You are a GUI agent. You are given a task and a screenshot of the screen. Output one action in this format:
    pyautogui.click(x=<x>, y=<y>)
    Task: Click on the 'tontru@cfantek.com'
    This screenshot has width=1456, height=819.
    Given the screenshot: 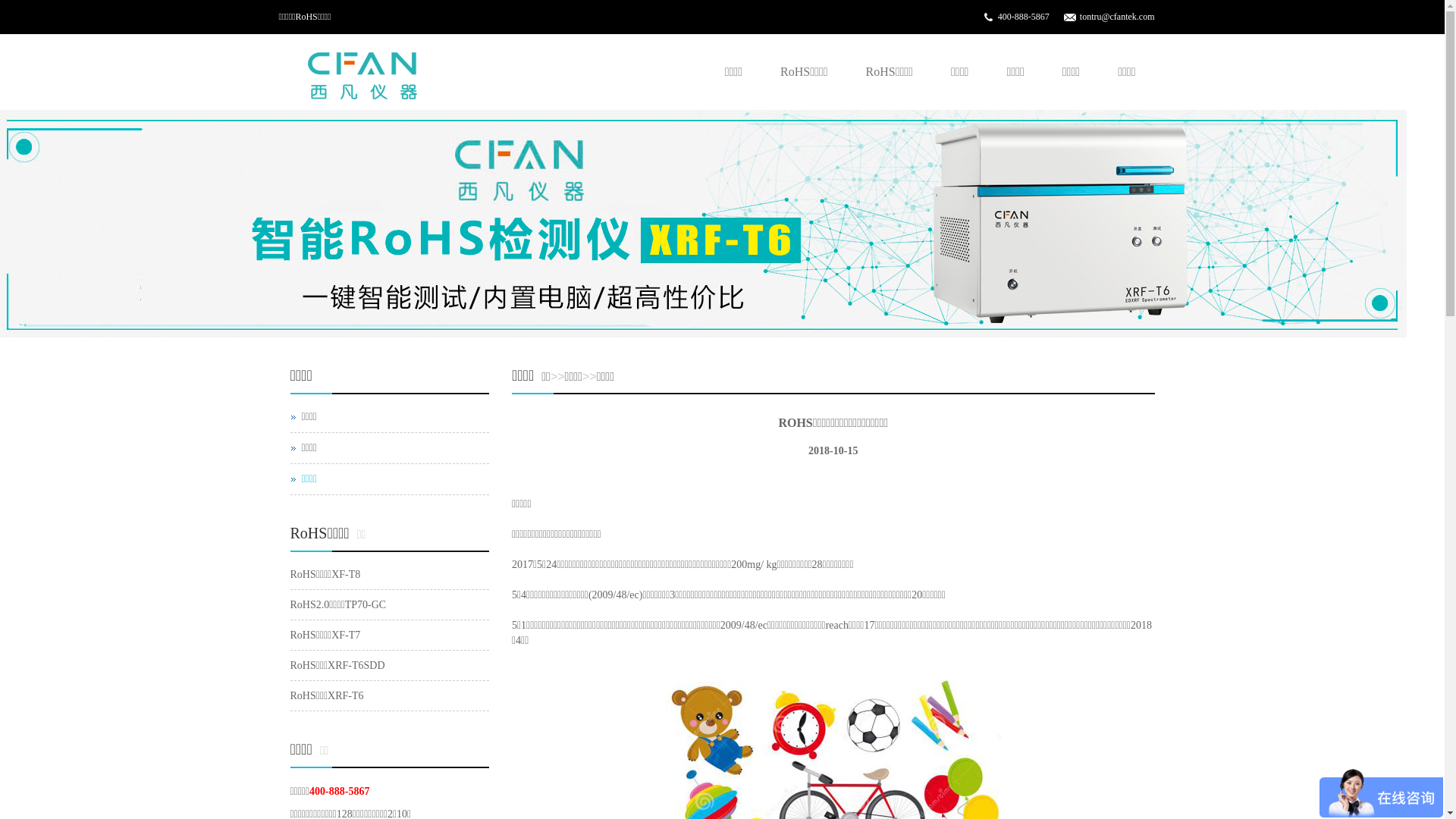 What is the action you would take?
    pyautogui.click(x=1117, y=17)
    